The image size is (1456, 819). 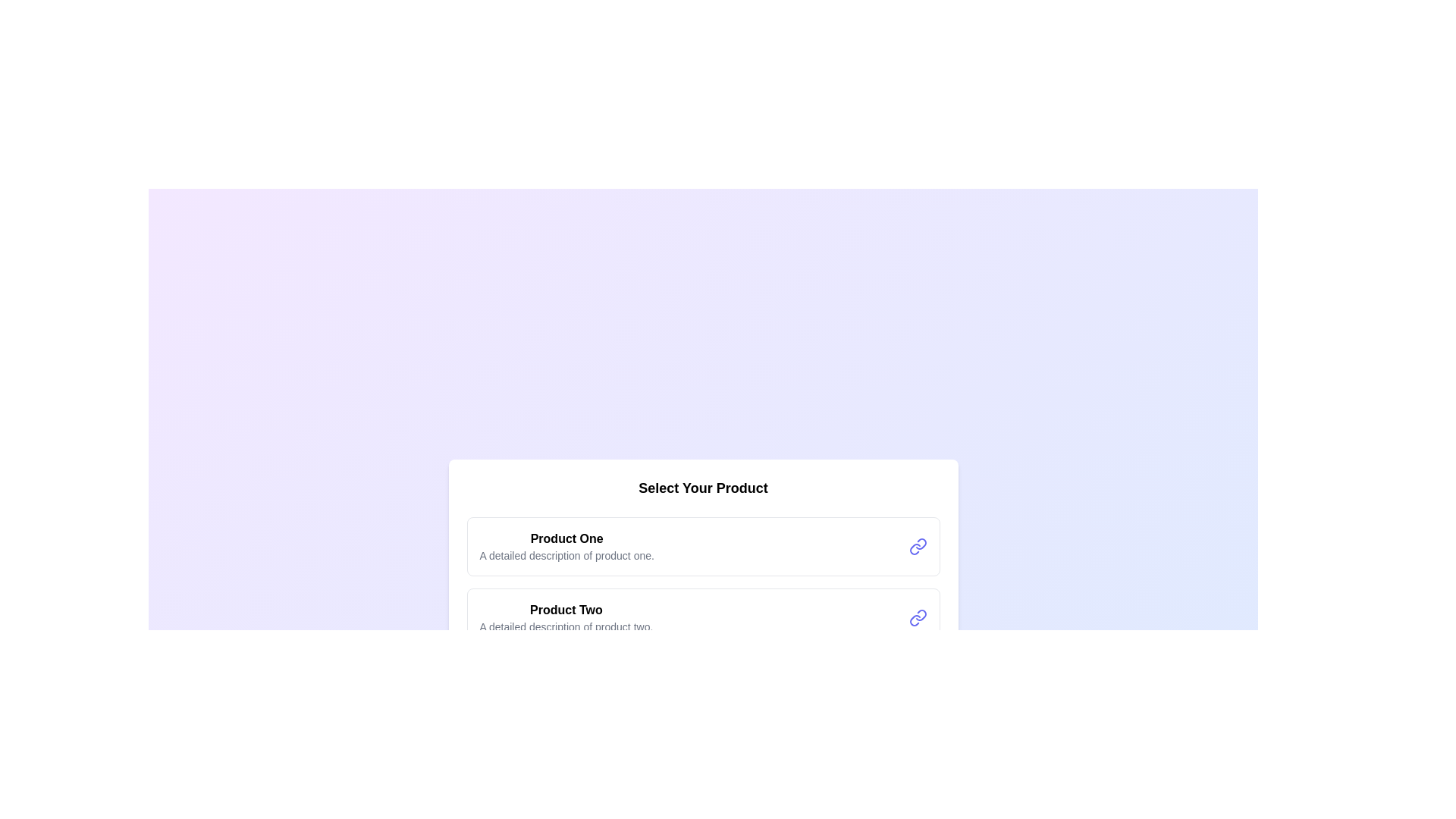 What do you see at coordinates (565, 617) in the screenshot?
I see `the Textual content block displaying the product name and description for 'Product Two', which is located below 'Product One' and above the 'Learn More' link` at bounding box center [565, 617].